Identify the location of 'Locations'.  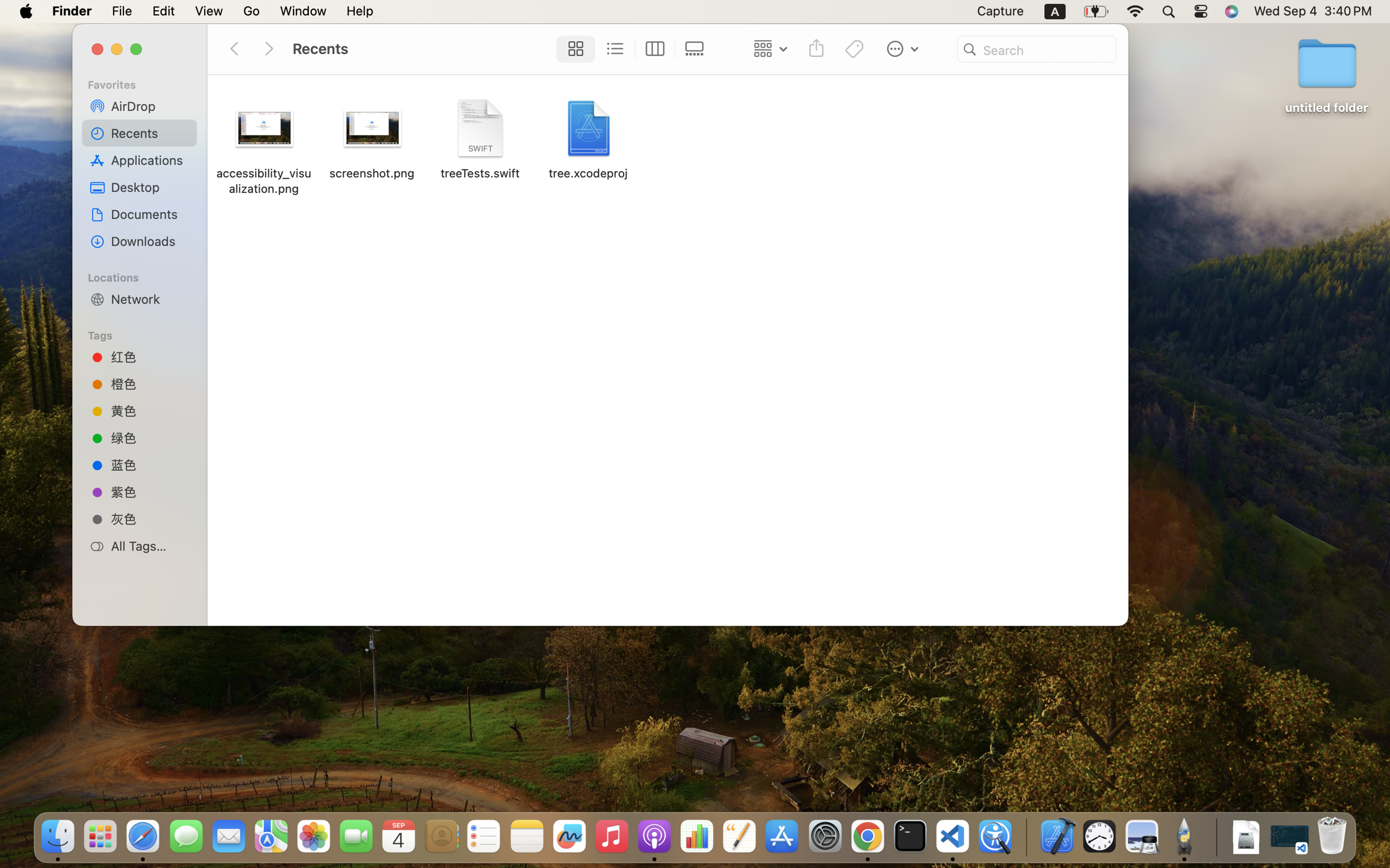
(144, 276).